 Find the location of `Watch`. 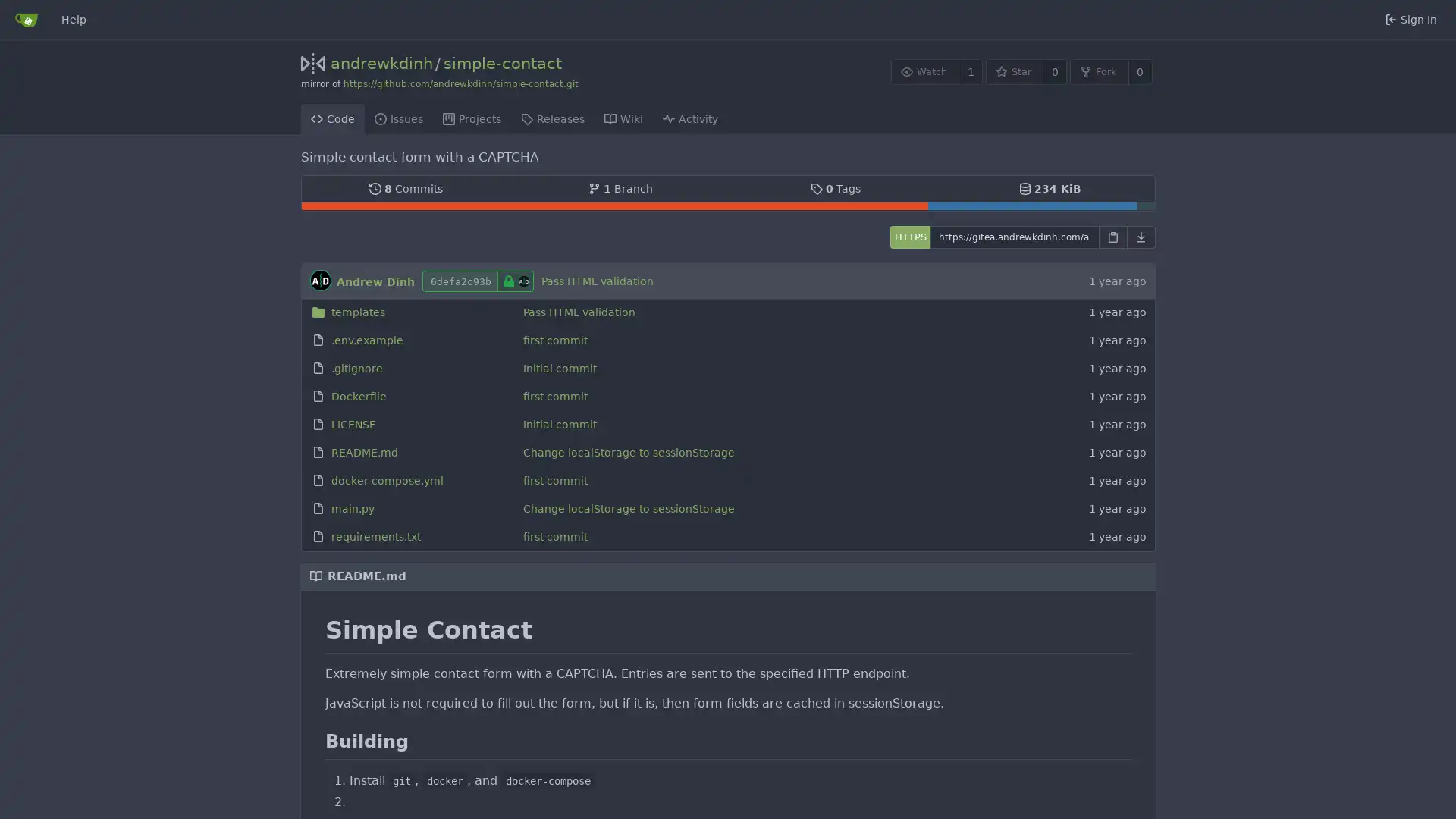

Watch is located at coordinates (924, 71).